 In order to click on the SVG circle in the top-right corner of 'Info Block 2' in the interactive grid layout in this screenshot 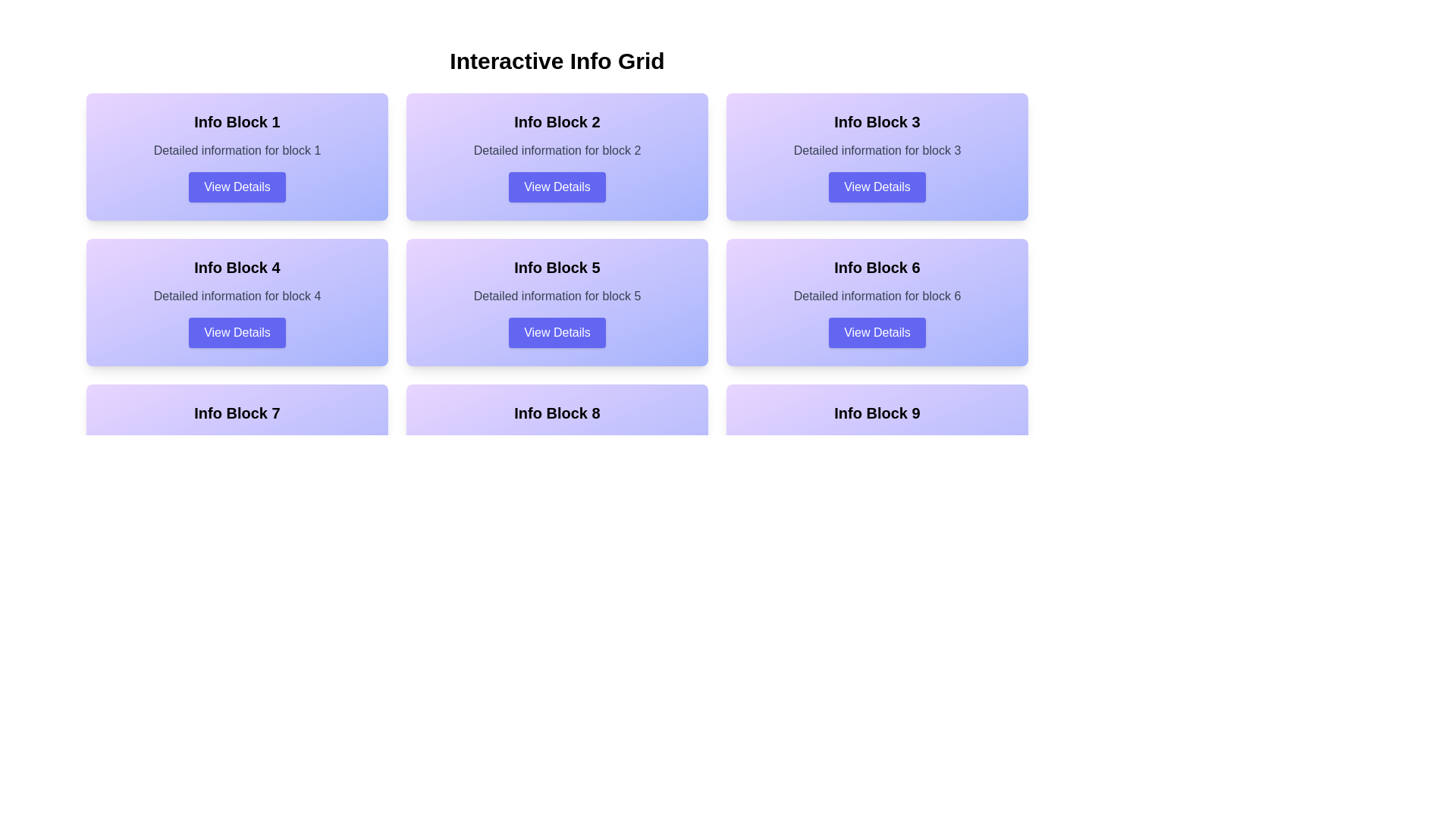, I will do `click(694, 106)`.